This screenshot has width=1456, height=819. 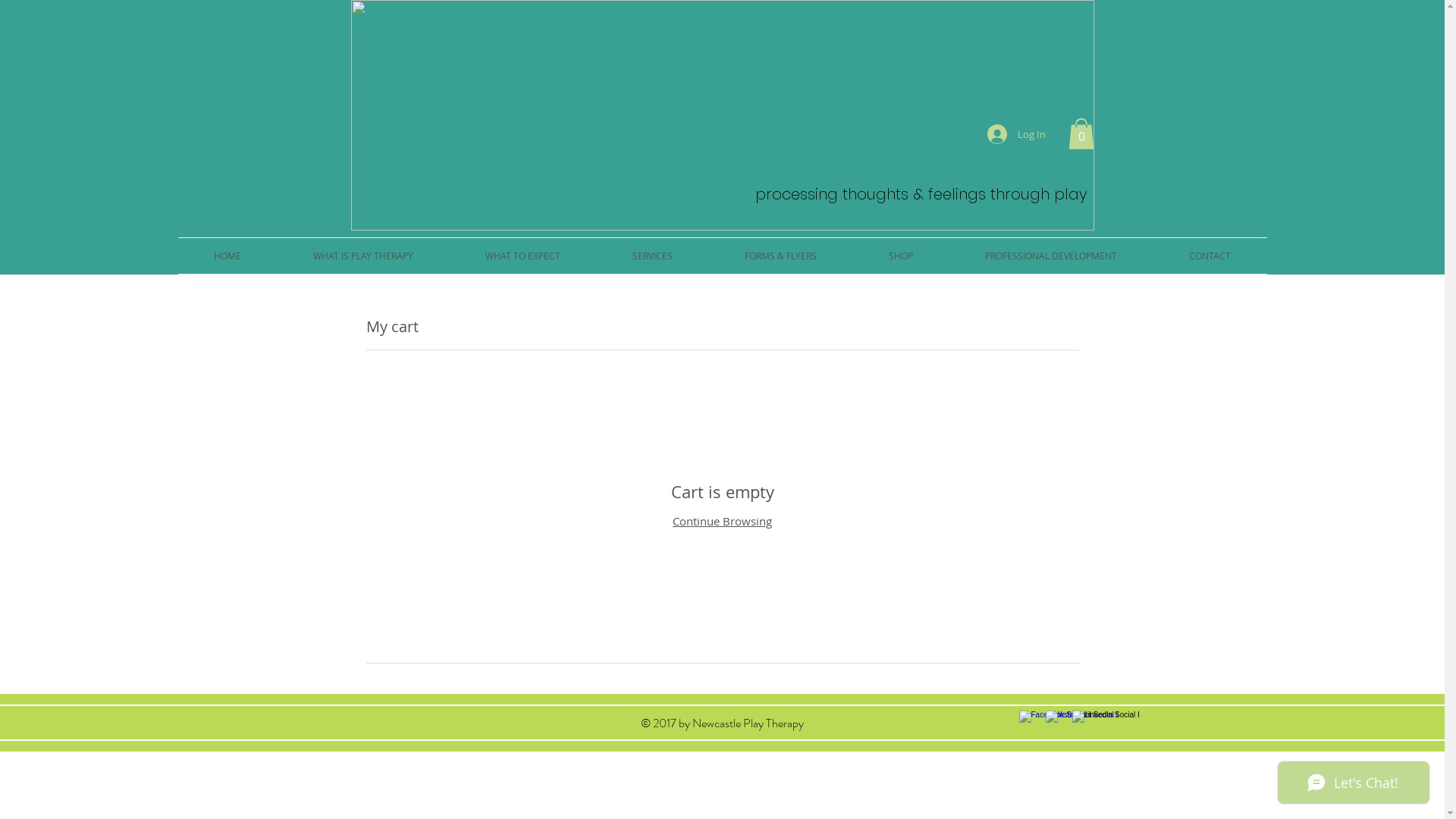 What do you see at coordinates (1080, 133) in the screenshot?
I see `'0'` at bounding box center [1080, 133].